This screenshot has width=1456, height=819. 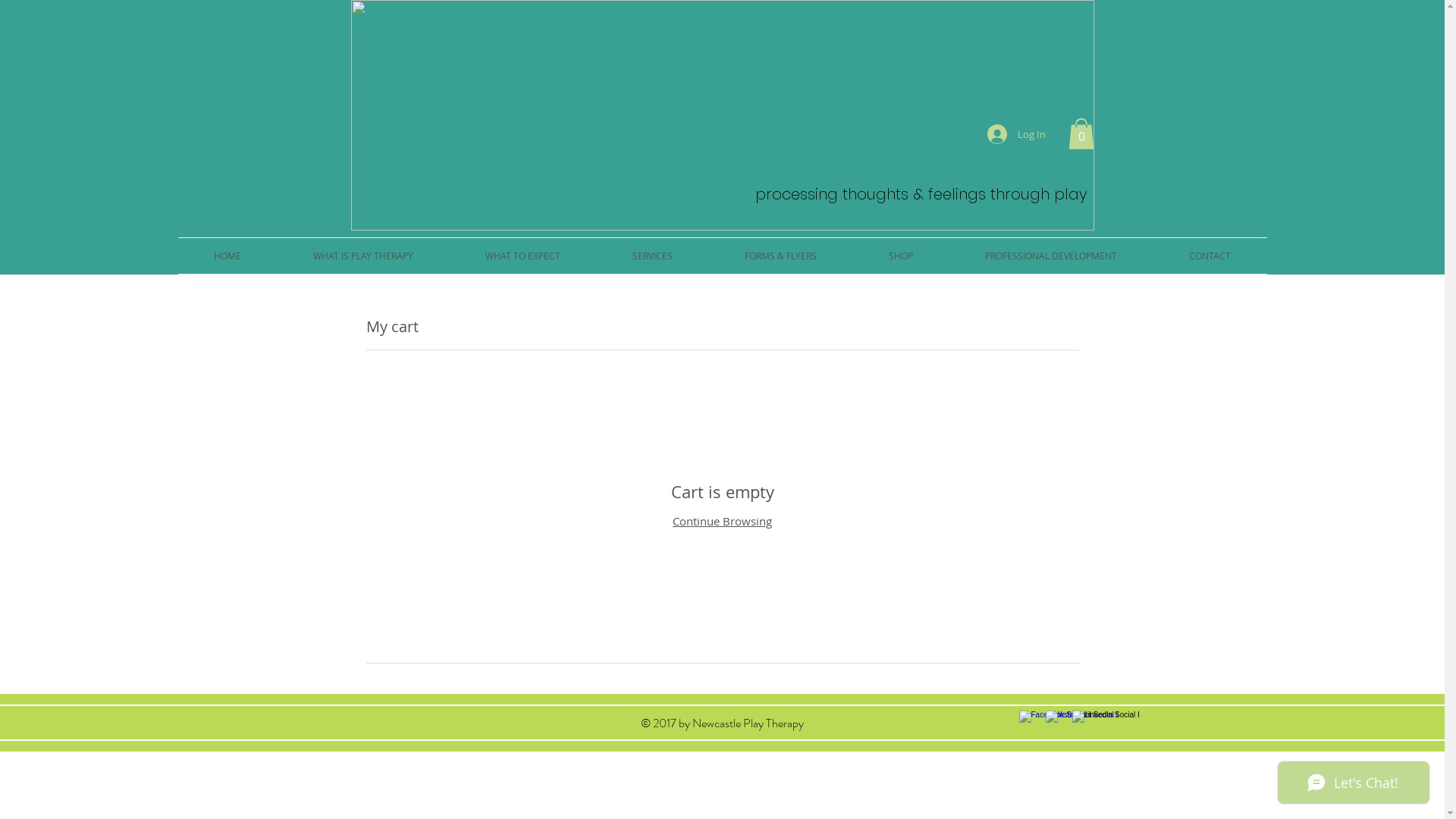 What do you see at coordinates (1080, 133) in the screenshot?
I see `'0'` at bounding box center [1080, 133].